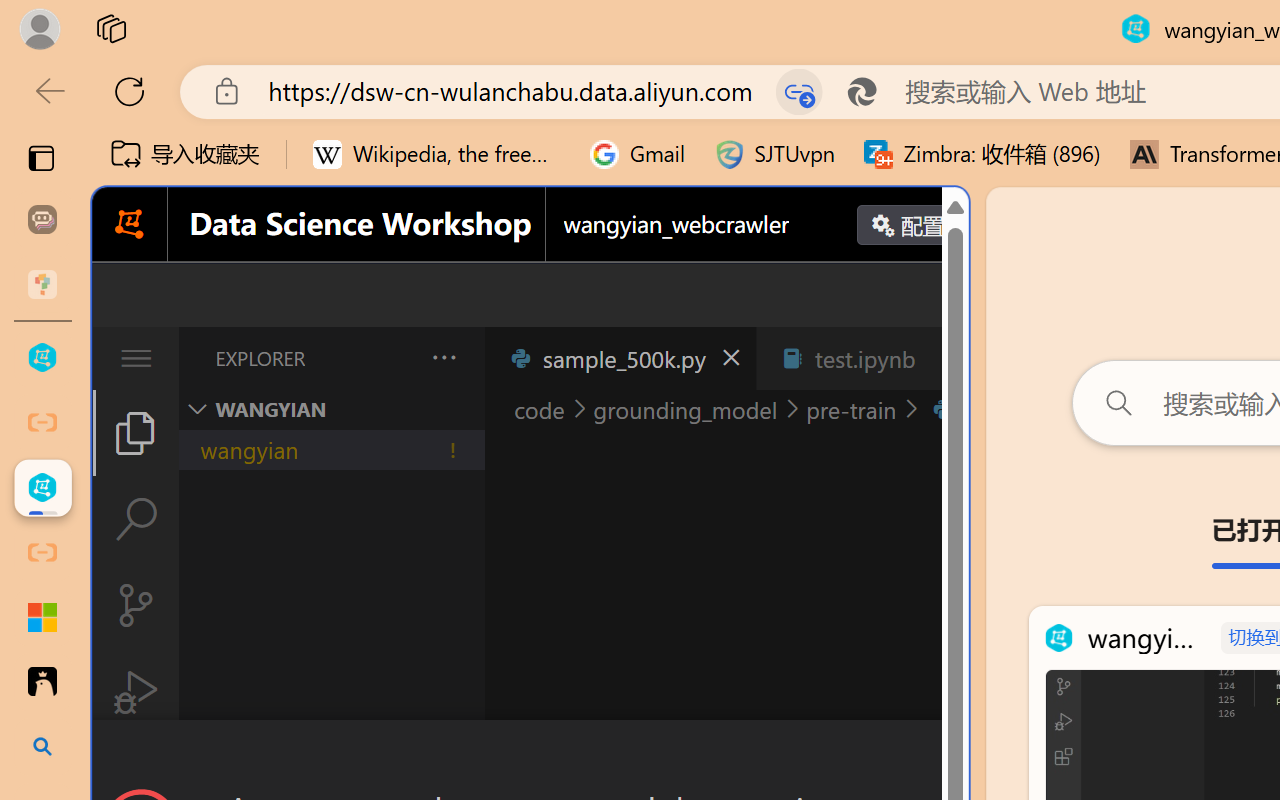 This screenshot has width=1280, height=800. Describe the element at coordinates (42, 488) in the screenshot. I see `'wangyian_webcrawler - DSW'` at that location.